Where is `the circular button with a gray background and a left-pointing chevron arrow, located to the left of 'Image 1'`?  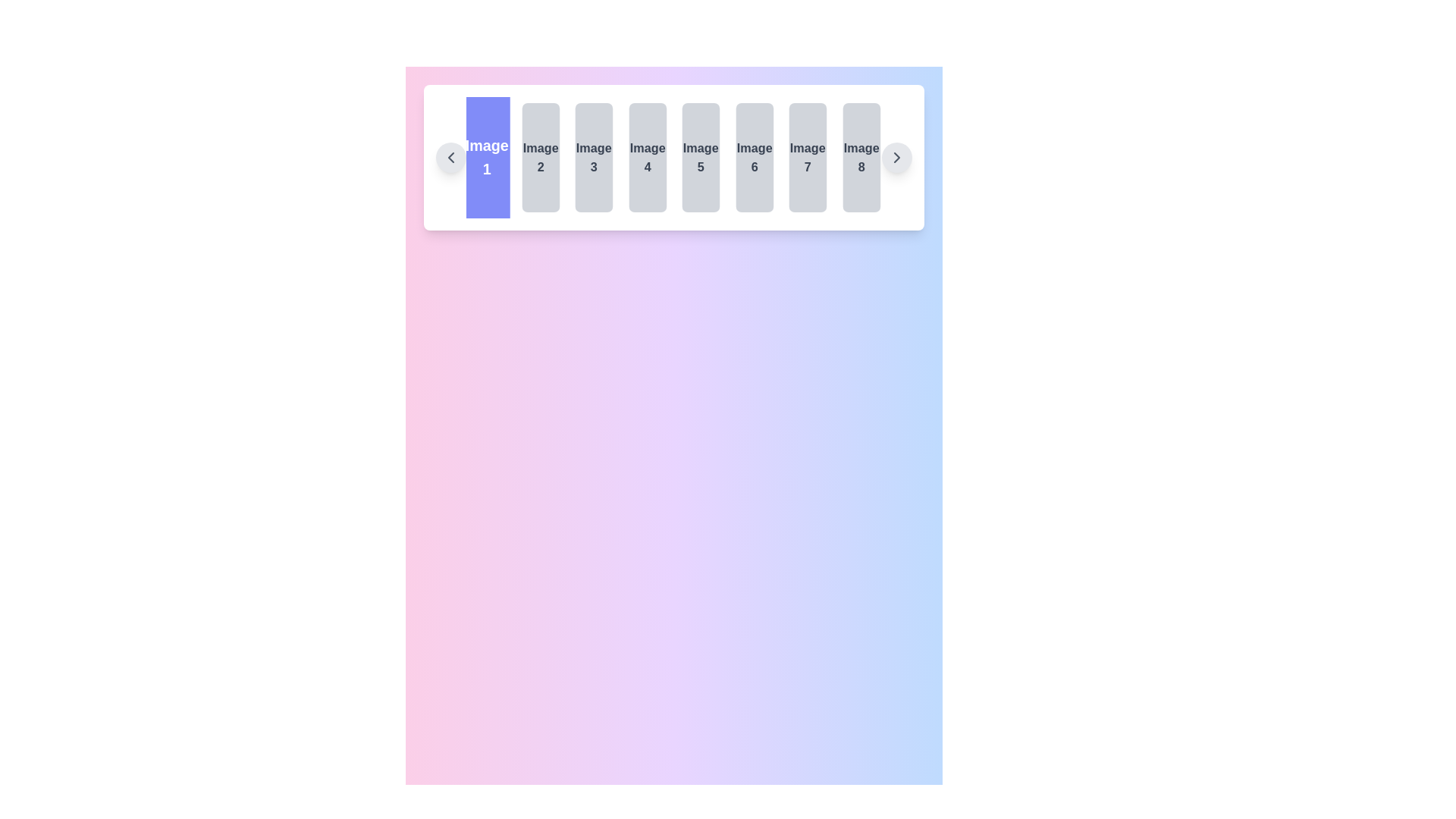
the circular button with a gray background and a left-pointing chevron arrow, located to the left of 'Image 1' is located at coordinates (450, 158).